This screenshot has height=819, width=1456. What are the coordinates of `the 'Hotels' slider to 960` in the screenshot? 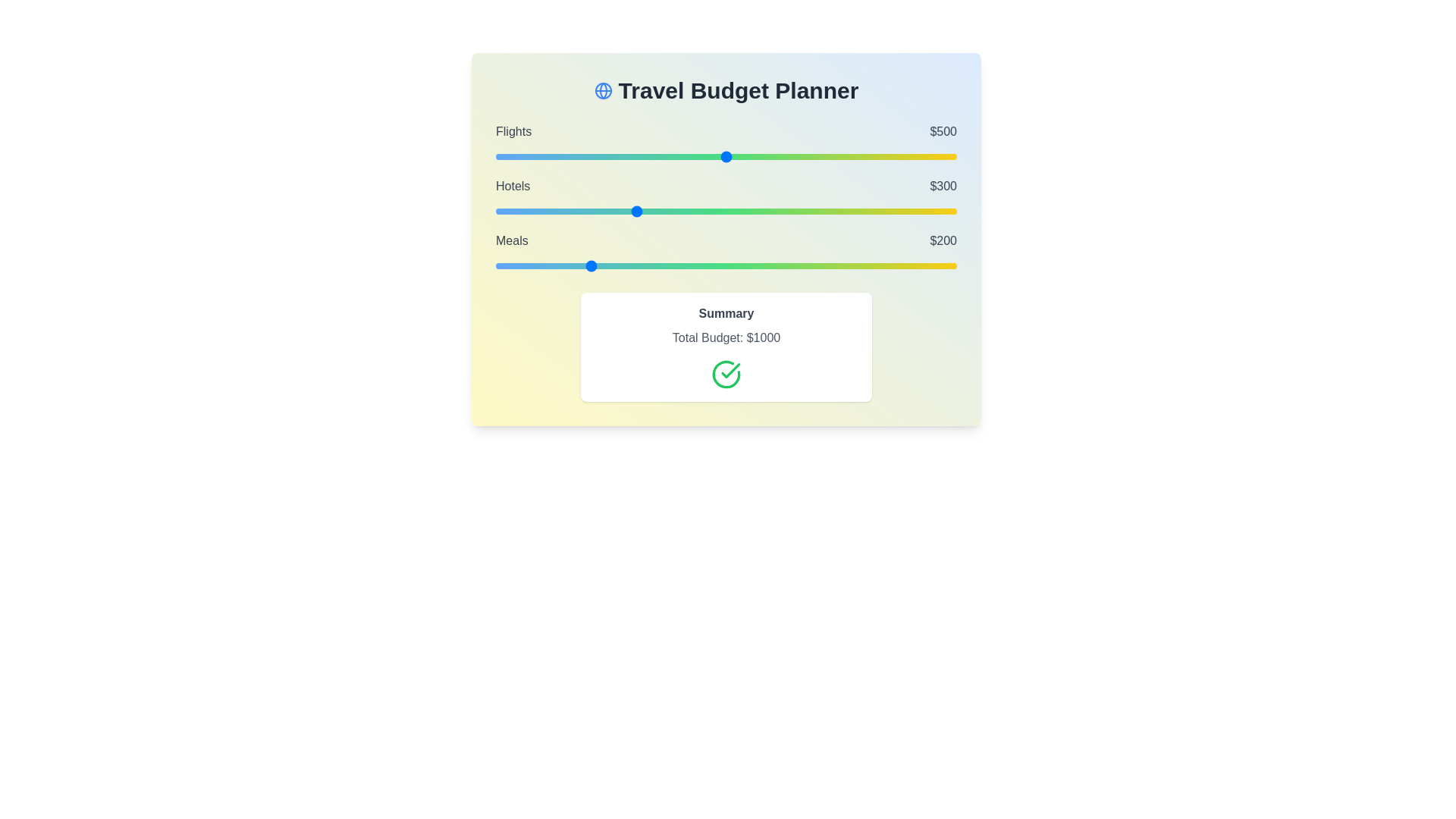 It's located at (937, 211).